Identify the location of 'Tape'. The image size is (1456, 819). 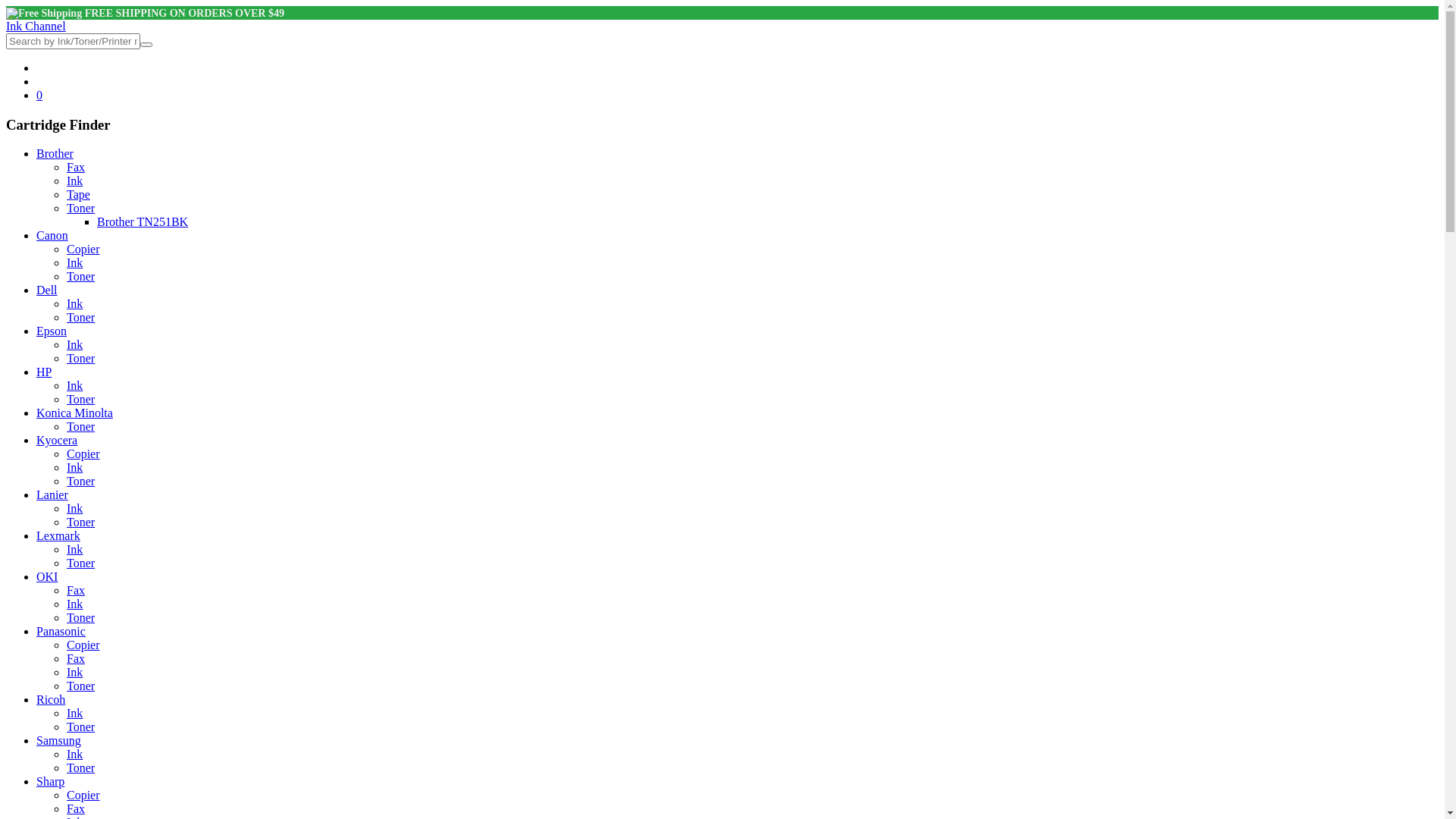
(65, 193).